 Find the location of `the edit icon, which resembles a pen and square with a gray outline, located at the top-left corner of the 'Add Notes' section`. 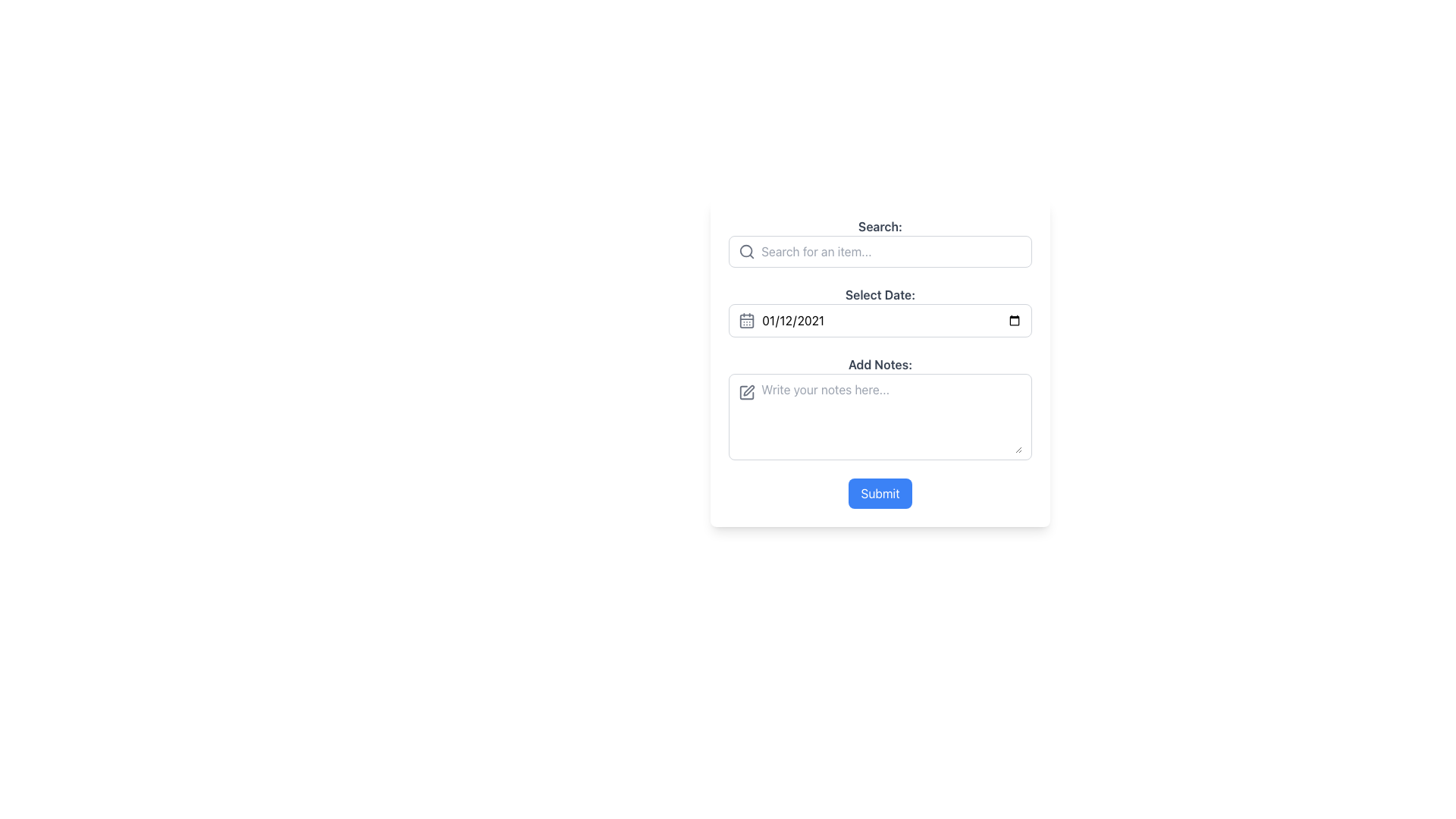

the edit icon, which resembles a pen and square with a gray outline, located at the top-left corner of the 'Add Notes' section is located at coordinates (746, 391).